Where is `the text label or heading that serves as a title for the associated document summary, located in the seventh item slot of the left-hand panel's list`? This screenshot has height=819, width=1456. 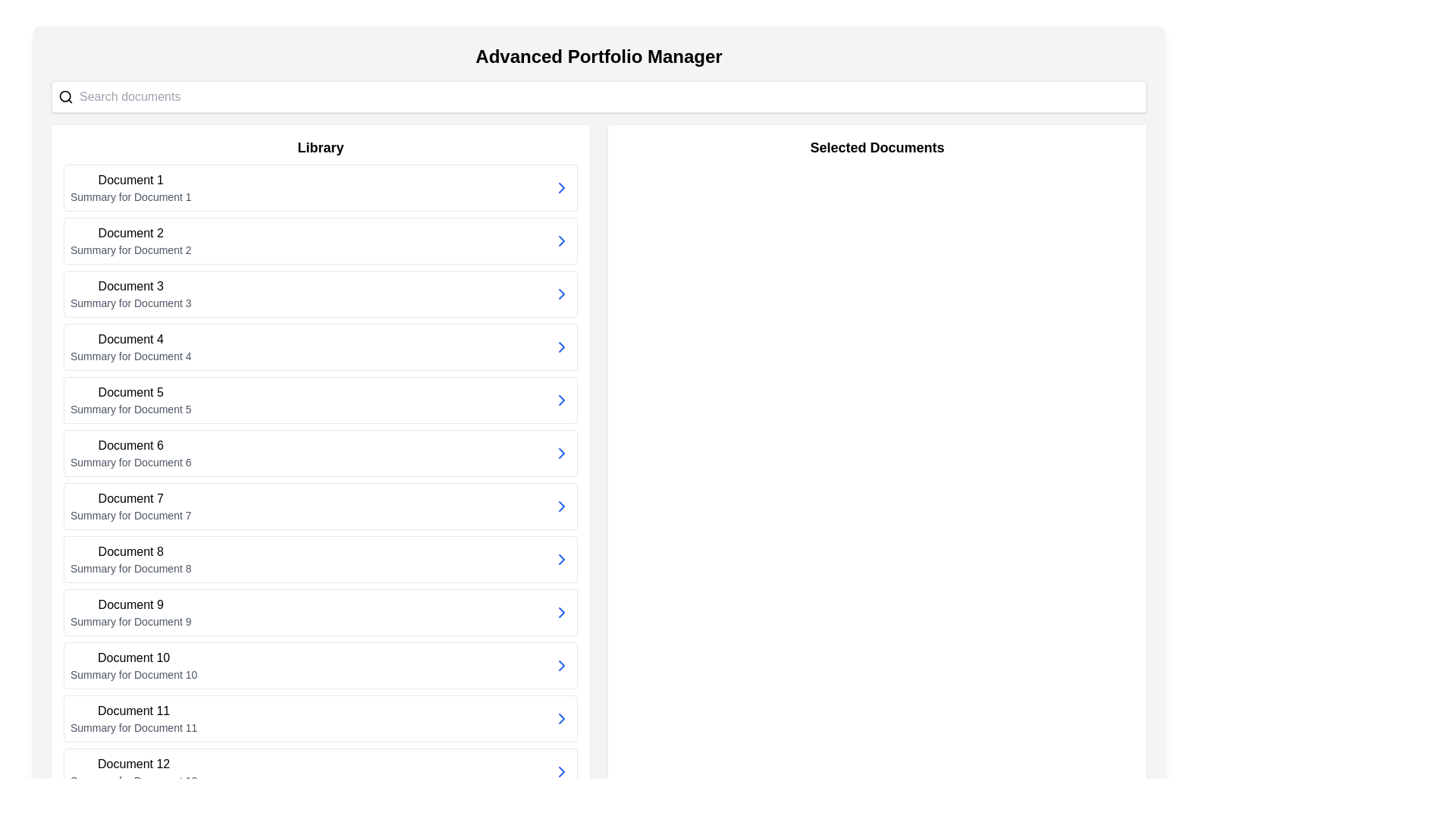 the text label or heading that serves as a title for the associated document summary, located in the seventh item slot of the left-hand panel's list is located at coordinates (130, 499).